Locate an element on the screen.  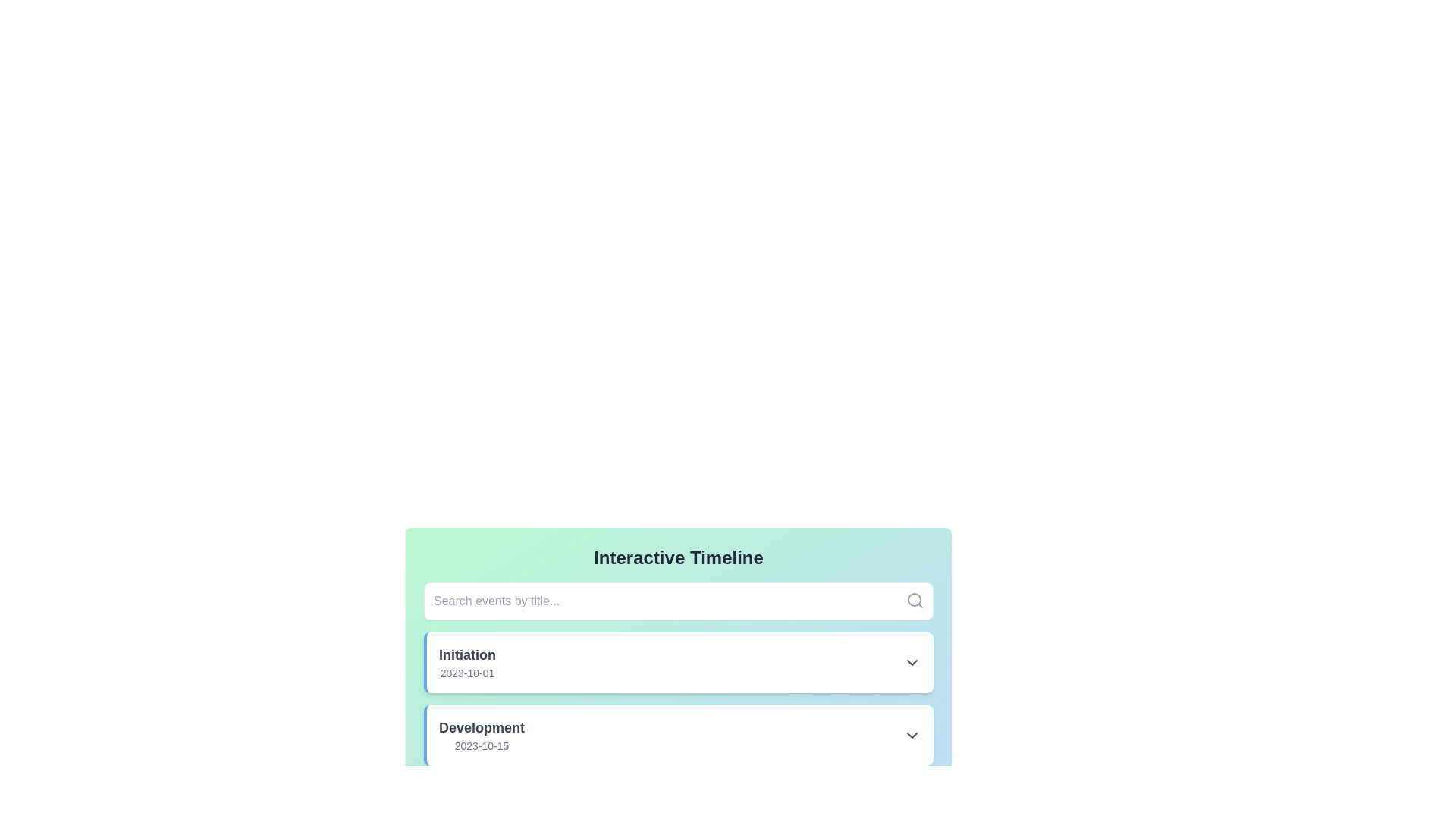
the timeline event labeled 'Initiation' dated '2023-10-01' is located at coordinates (679, 662).